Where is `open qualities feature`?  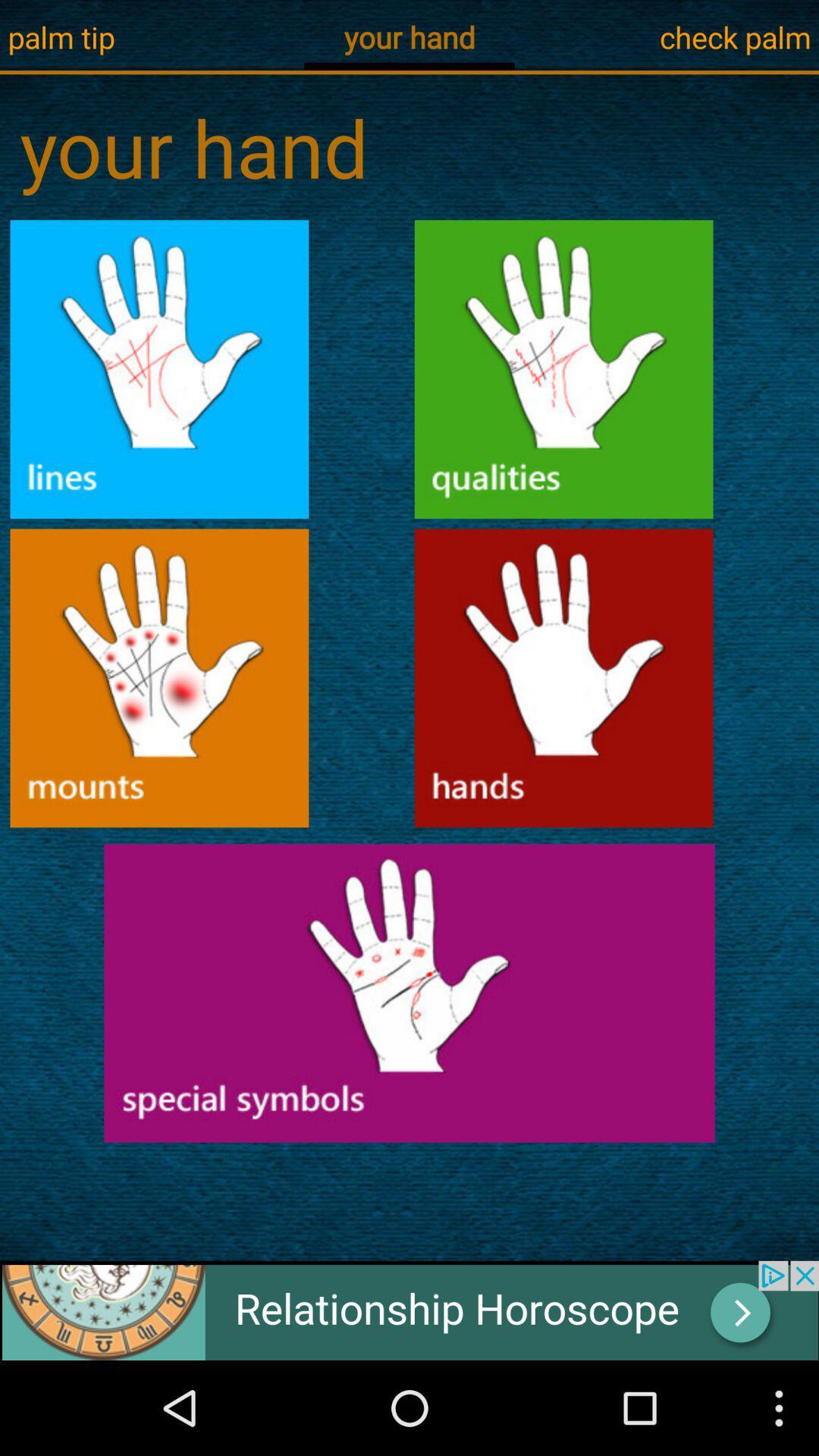
open qualities feature is located at coordinates (563, 369).